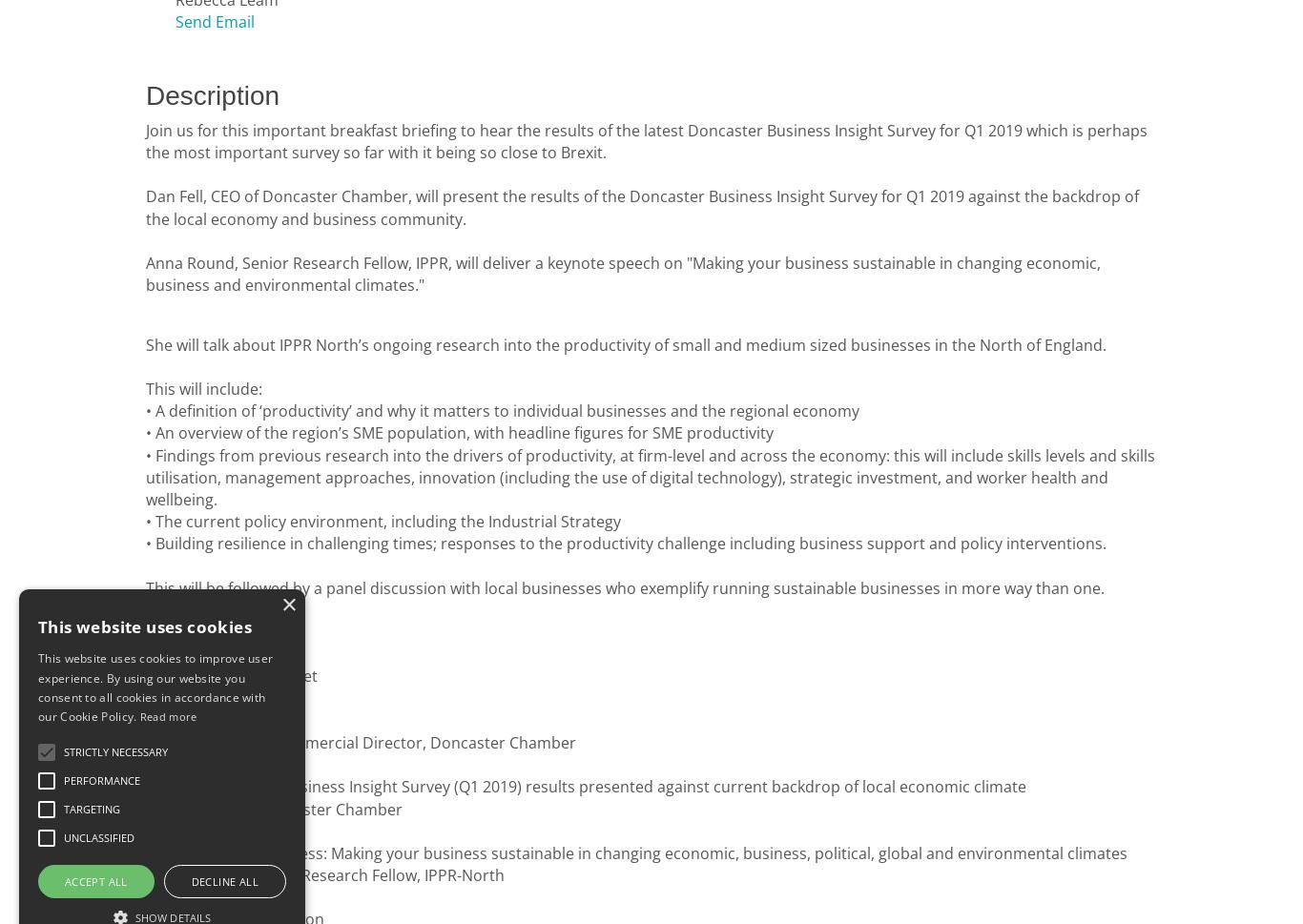  What do you see at coordinates (144, 139) in the screenshot?
I see `'Join us for this important breakfast briefing to hear the results of the latest Doncaster Business Insight Survey for Q1 2019 which is perhaps the most important survey so far with it being so close to Brexit.'` at bounding box center [144, 139].